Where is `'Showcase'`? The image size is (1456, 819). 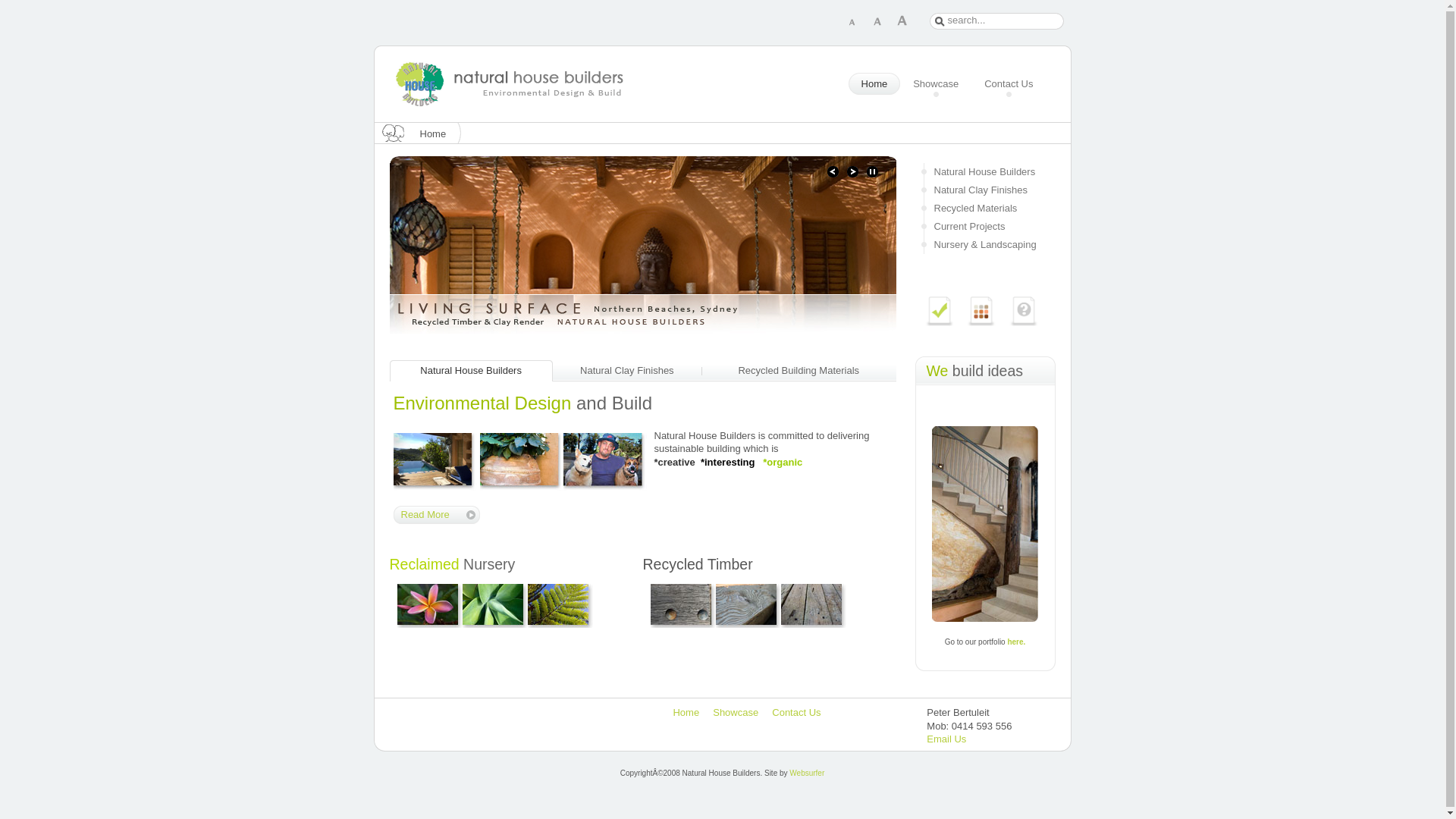 'Showcase' is located at coordinates (934, 84).